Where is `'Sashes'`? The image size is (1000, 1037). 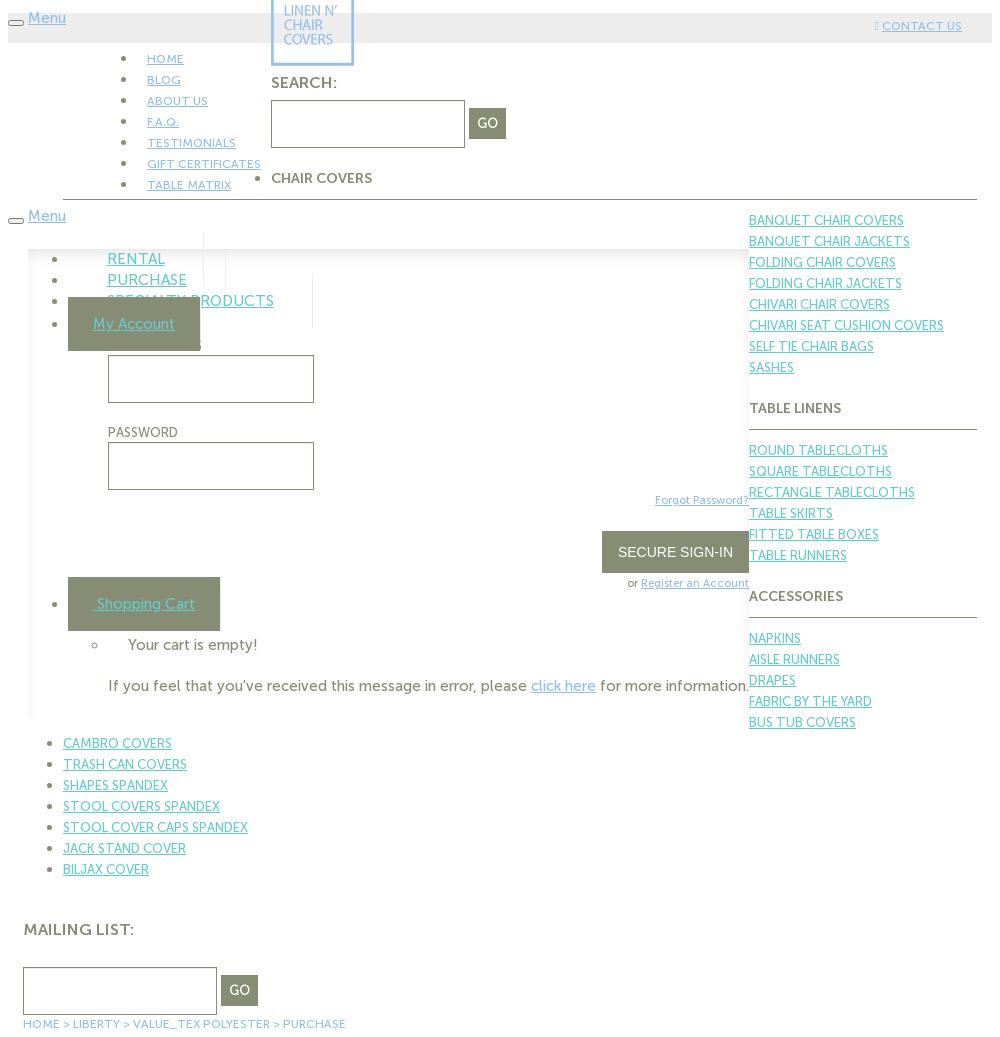
'Sashes' is located at coordinates (748, 366).